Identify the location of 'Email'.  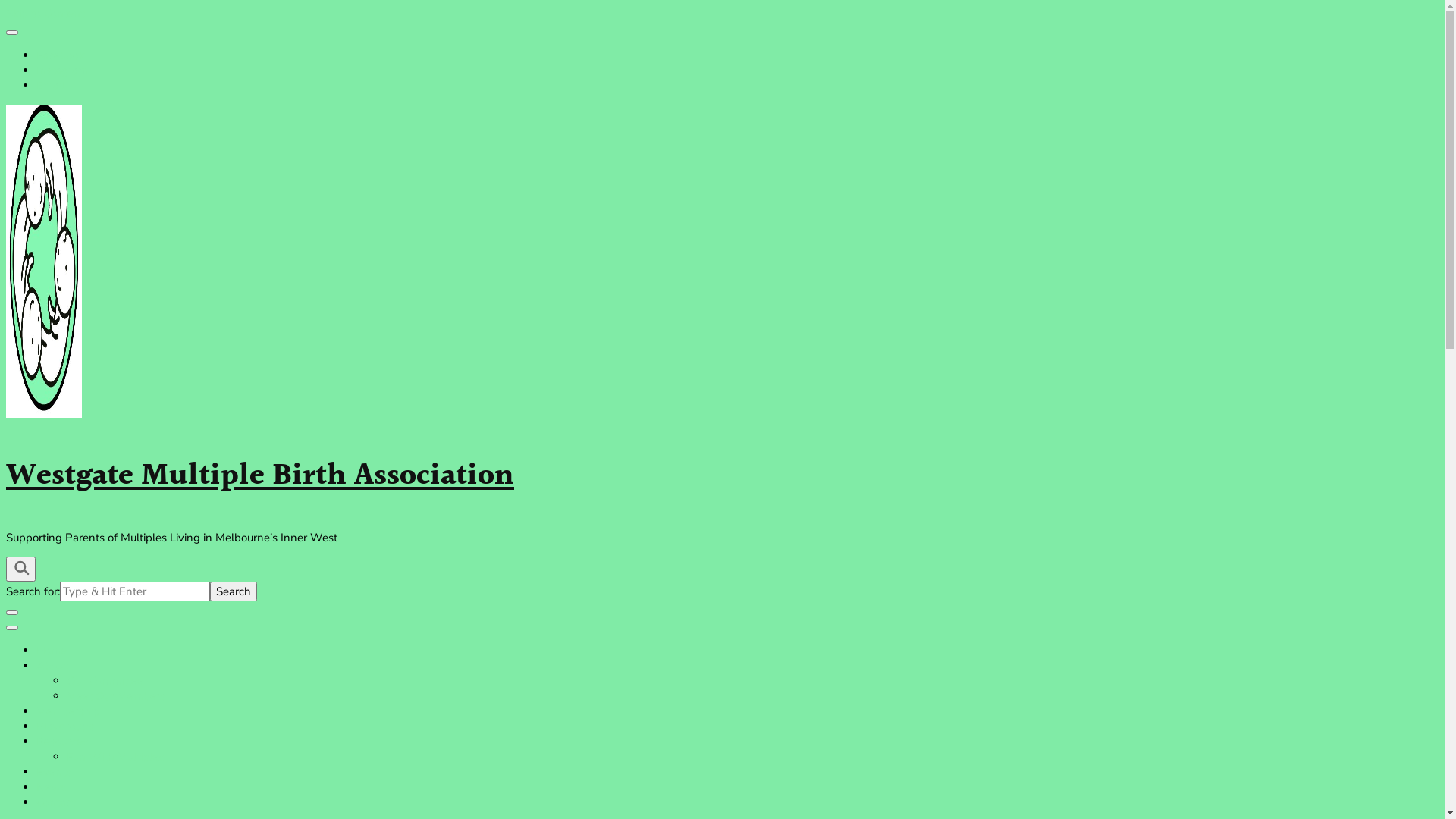
(50, 85).